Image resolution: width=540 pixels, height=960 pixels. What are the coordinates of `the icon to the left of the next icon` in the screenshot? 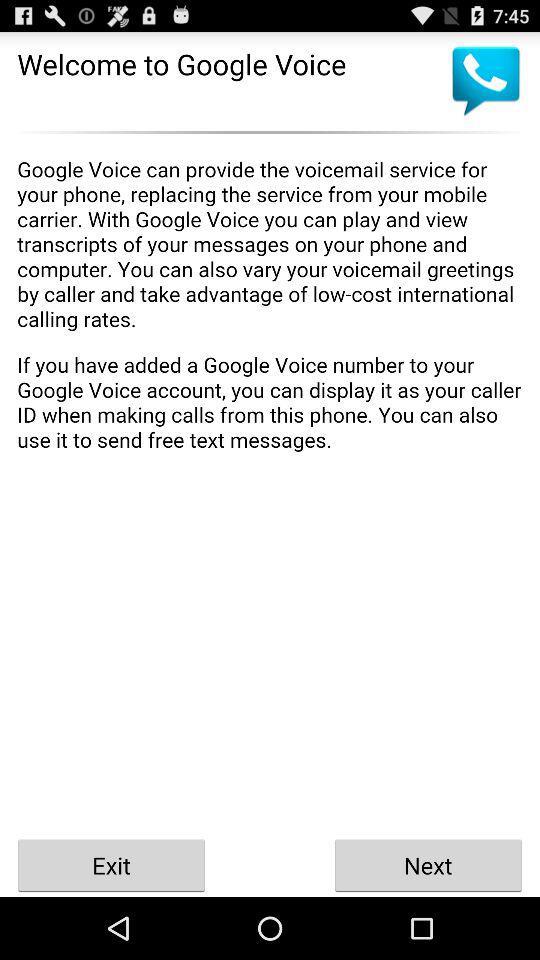 It's located at (111, 864).